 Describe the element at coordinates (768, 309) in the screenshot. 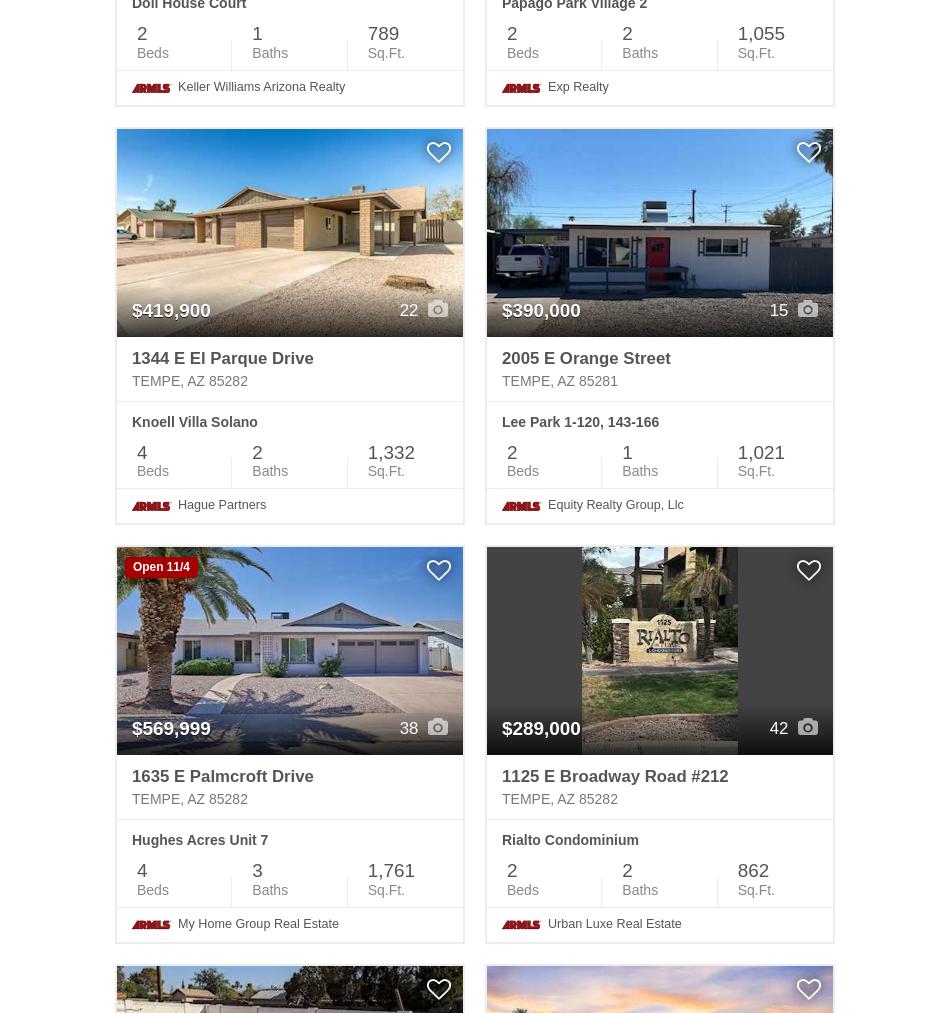

I see `'15'` at that location.